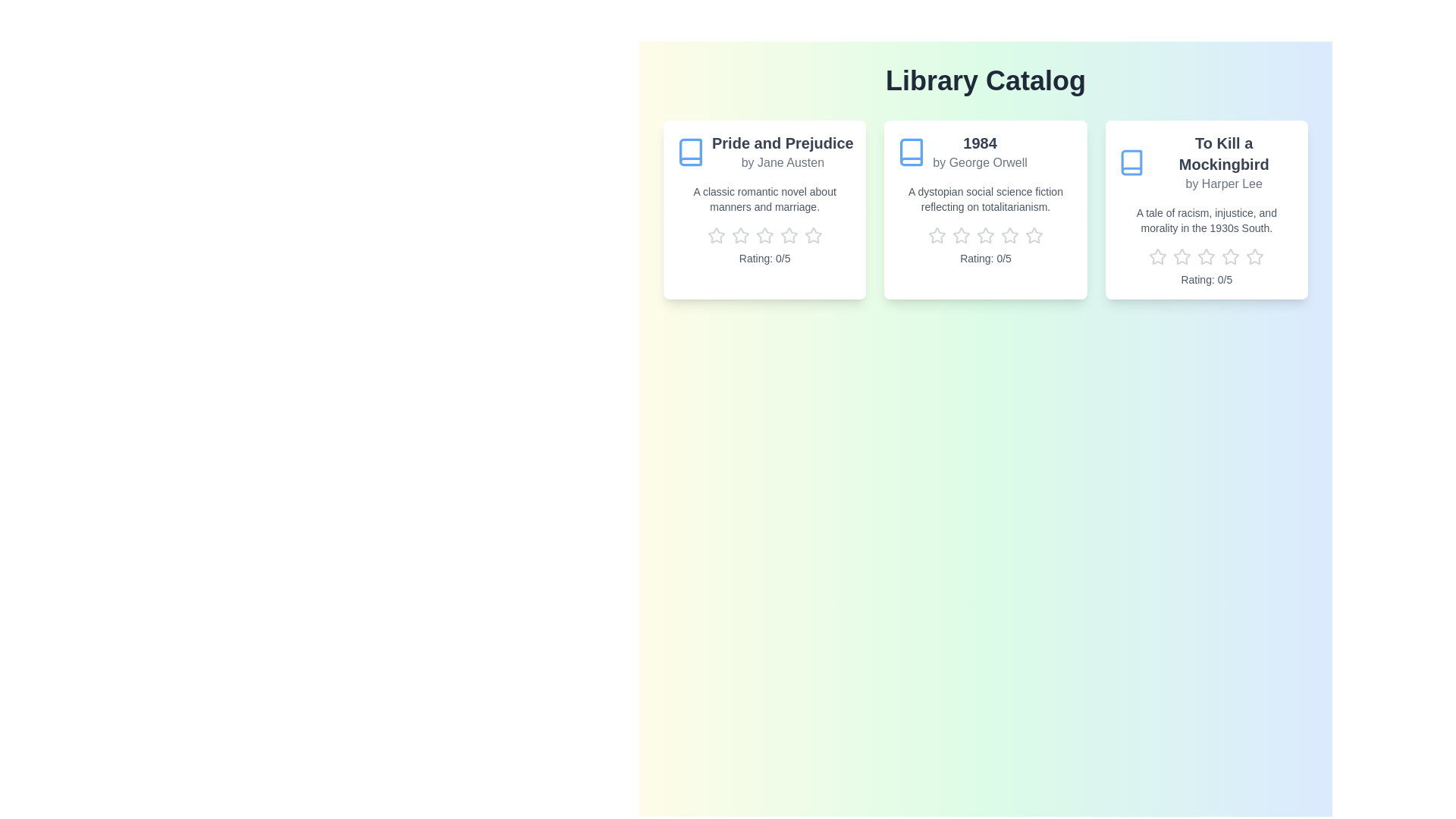 This screenshot has width=1456, height=819. What do you see at coordinates (986, 236) in the screenshot?
I see `the rating of the book '1984' to 3 stars by clicking the corresponding star` at bounding box center [986, 236].